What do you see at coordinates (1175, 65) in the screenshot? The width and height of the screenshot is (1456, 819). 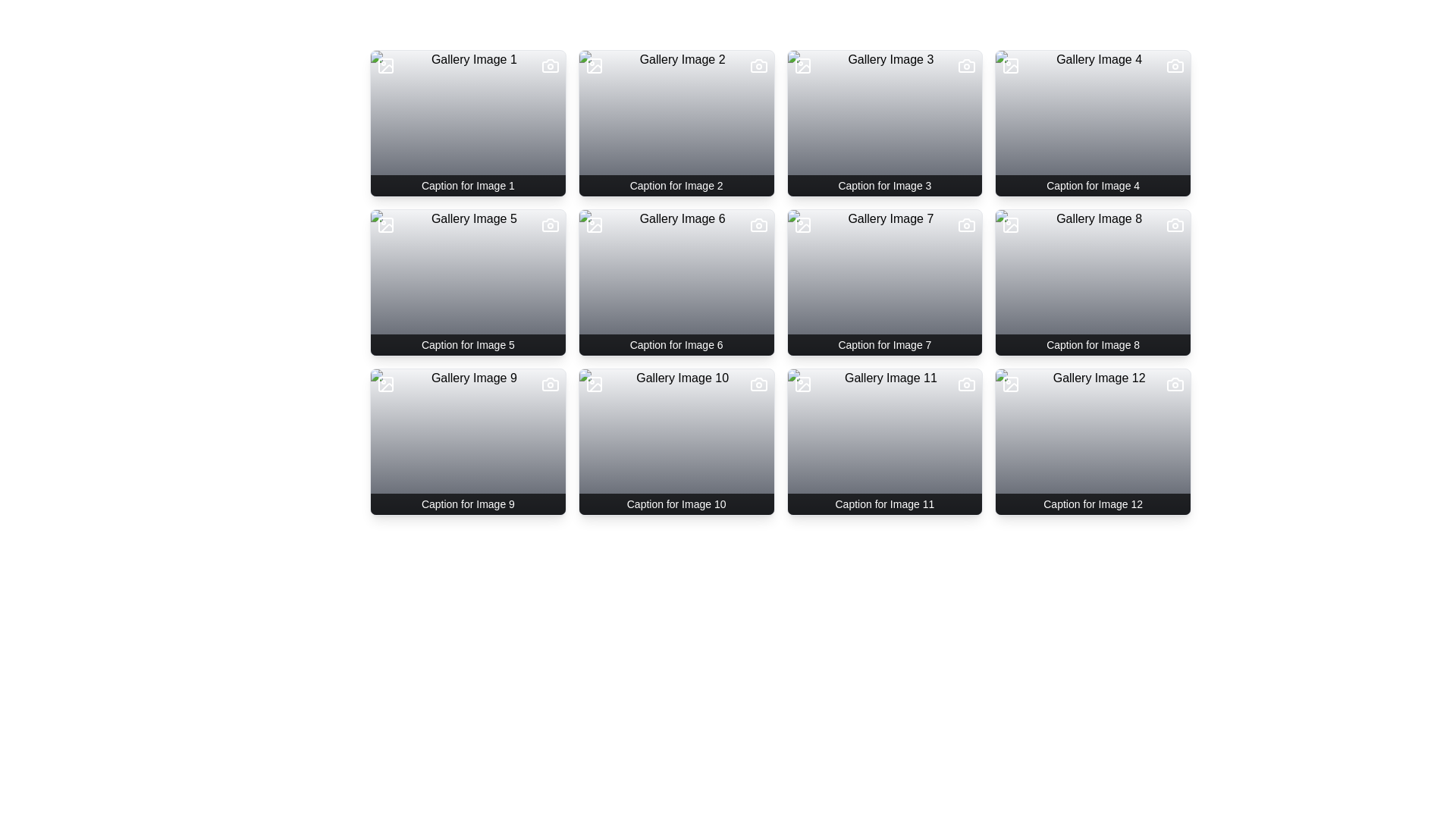 I see `the camera icon located in the upper-right corner of the 'Gallery Image 4' card, which features a minimalistic design with a rectangular body and protruding lens area` at bounding box center [1175, 65].